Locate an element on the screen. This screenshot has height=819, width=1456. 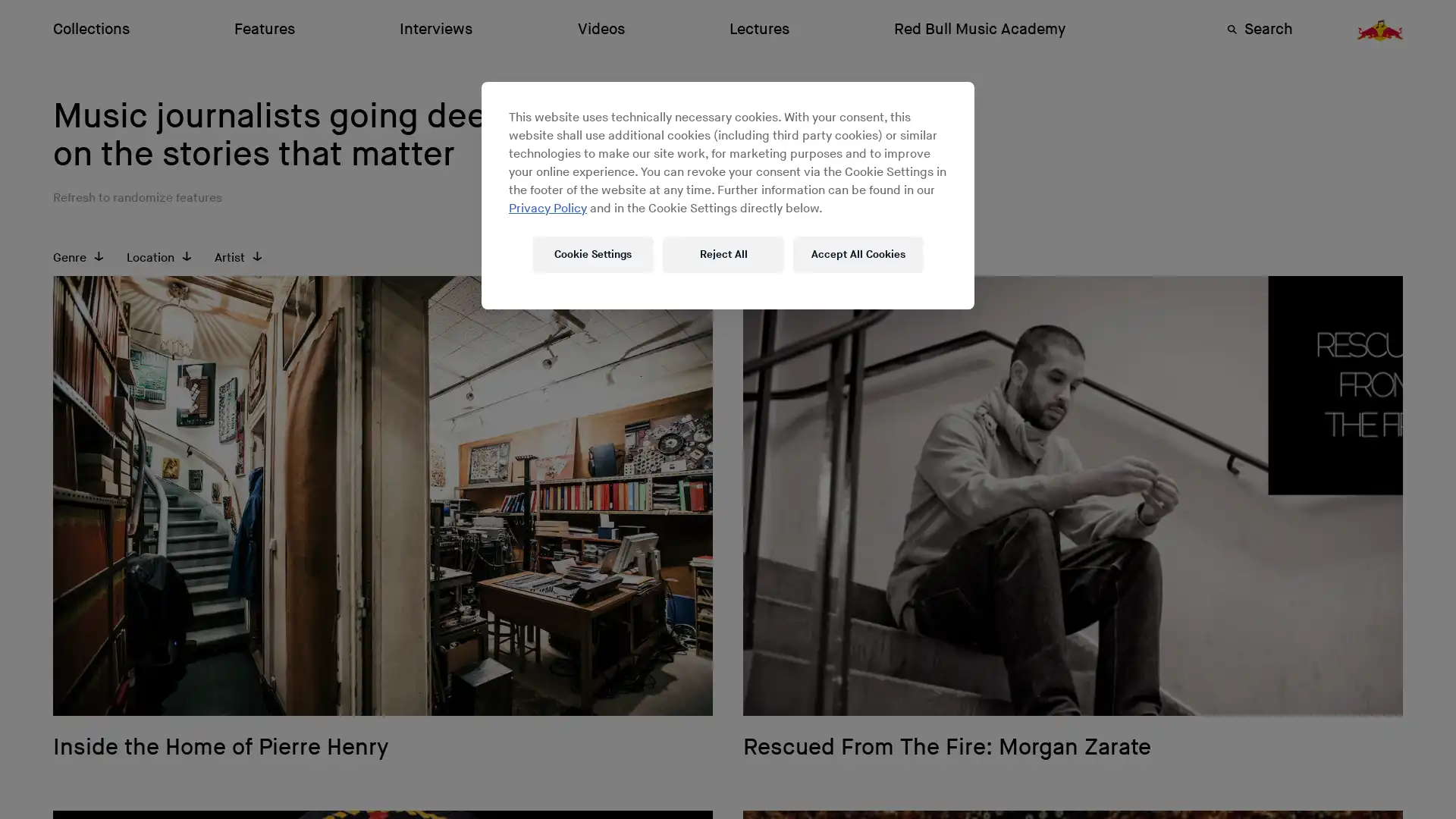
Location is located at coordinates (159, 256).